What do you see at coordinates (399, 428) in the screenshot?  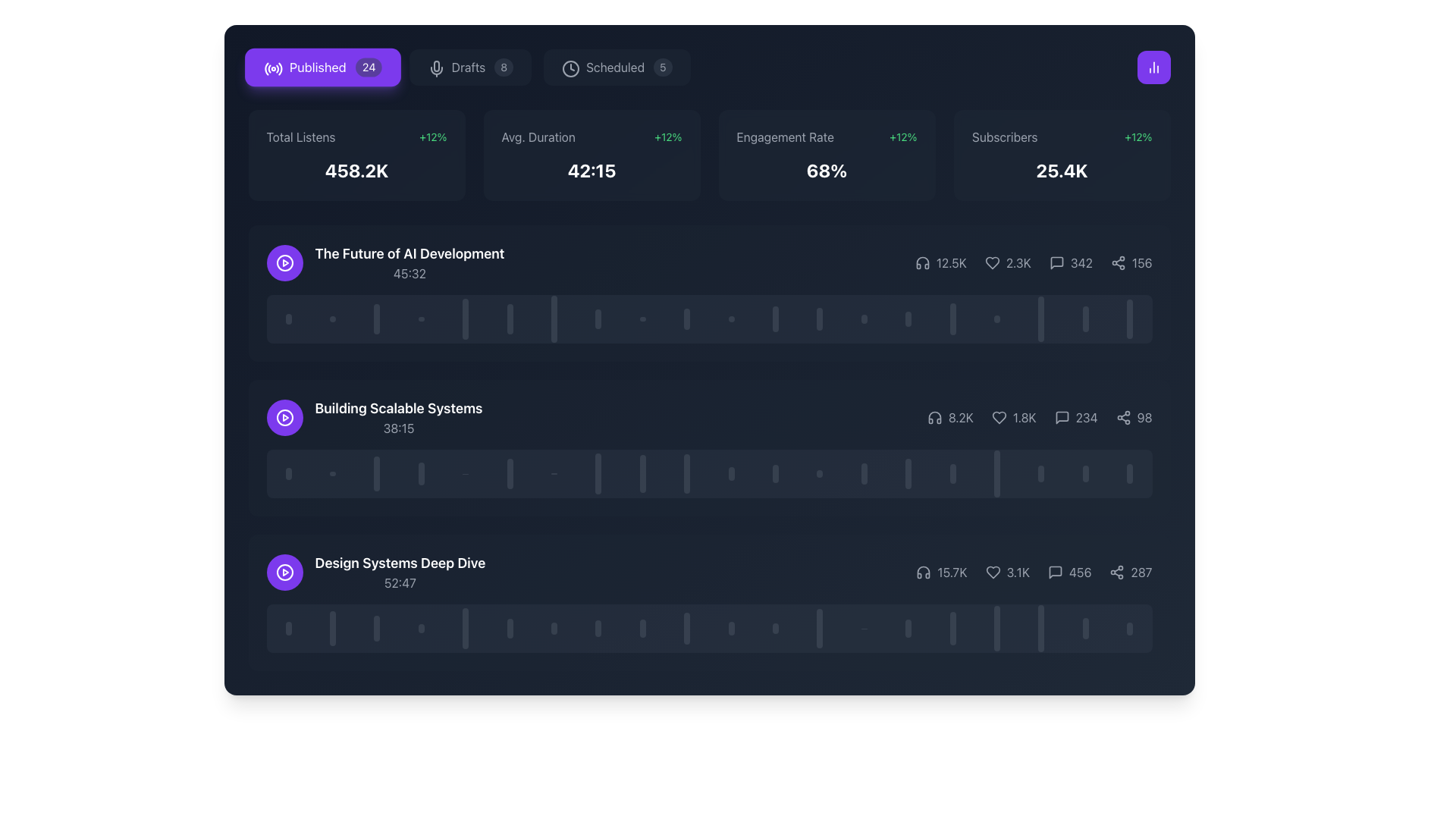 I see `the text label indicating the time duration for 'Building Scalable Systems', which is positioned beneath and aligned to the right of the title text` at bounding box center [399, 428].